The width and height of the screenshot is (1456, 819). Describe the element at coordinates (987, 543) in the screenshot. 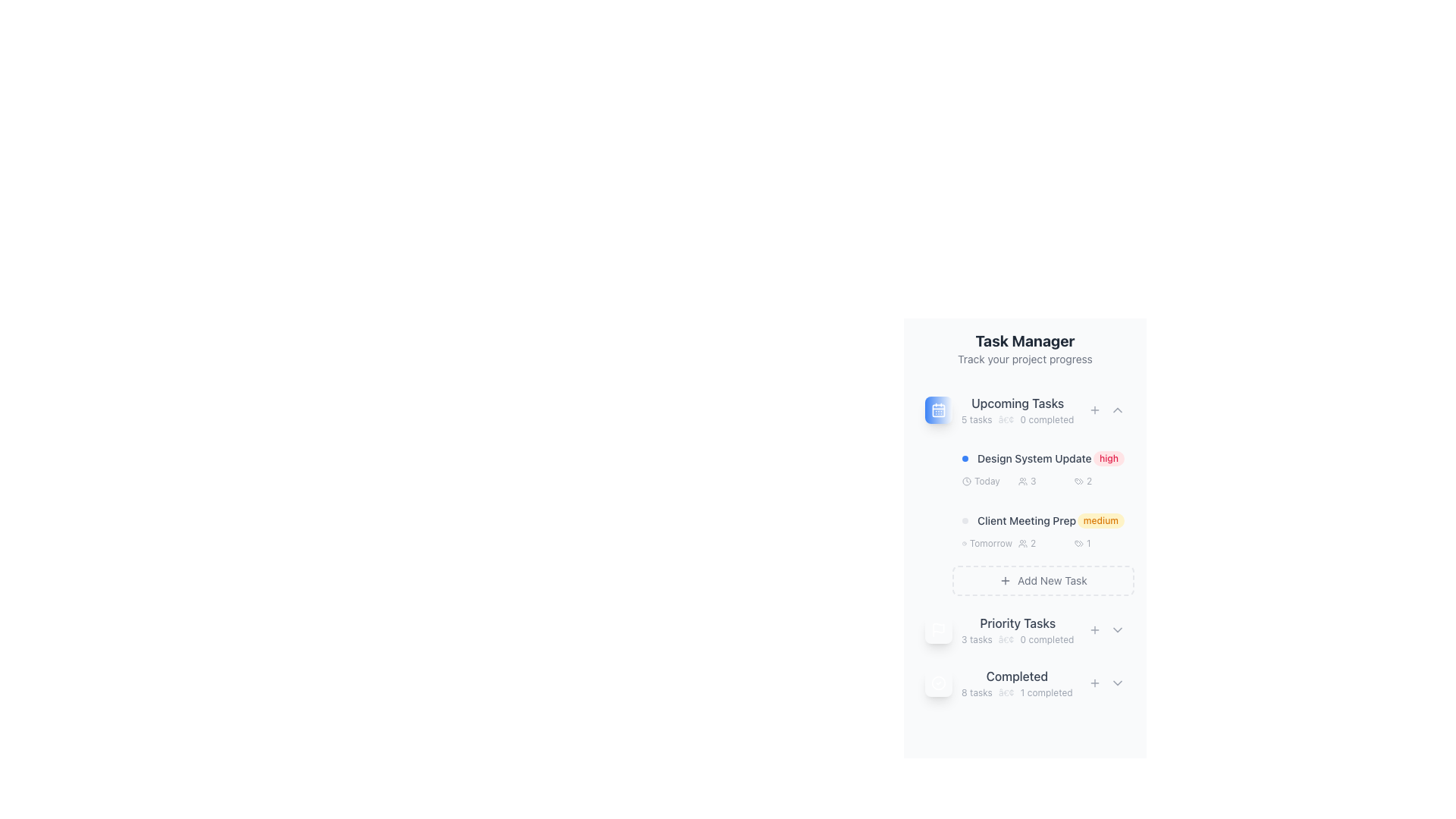

I see `the label displaying the word 'Tomorrow' in a small, gray-colored font, which is the first element within the 'Client Meeting Prep' task section in the 'Upcoming Tasks' group` at that location.